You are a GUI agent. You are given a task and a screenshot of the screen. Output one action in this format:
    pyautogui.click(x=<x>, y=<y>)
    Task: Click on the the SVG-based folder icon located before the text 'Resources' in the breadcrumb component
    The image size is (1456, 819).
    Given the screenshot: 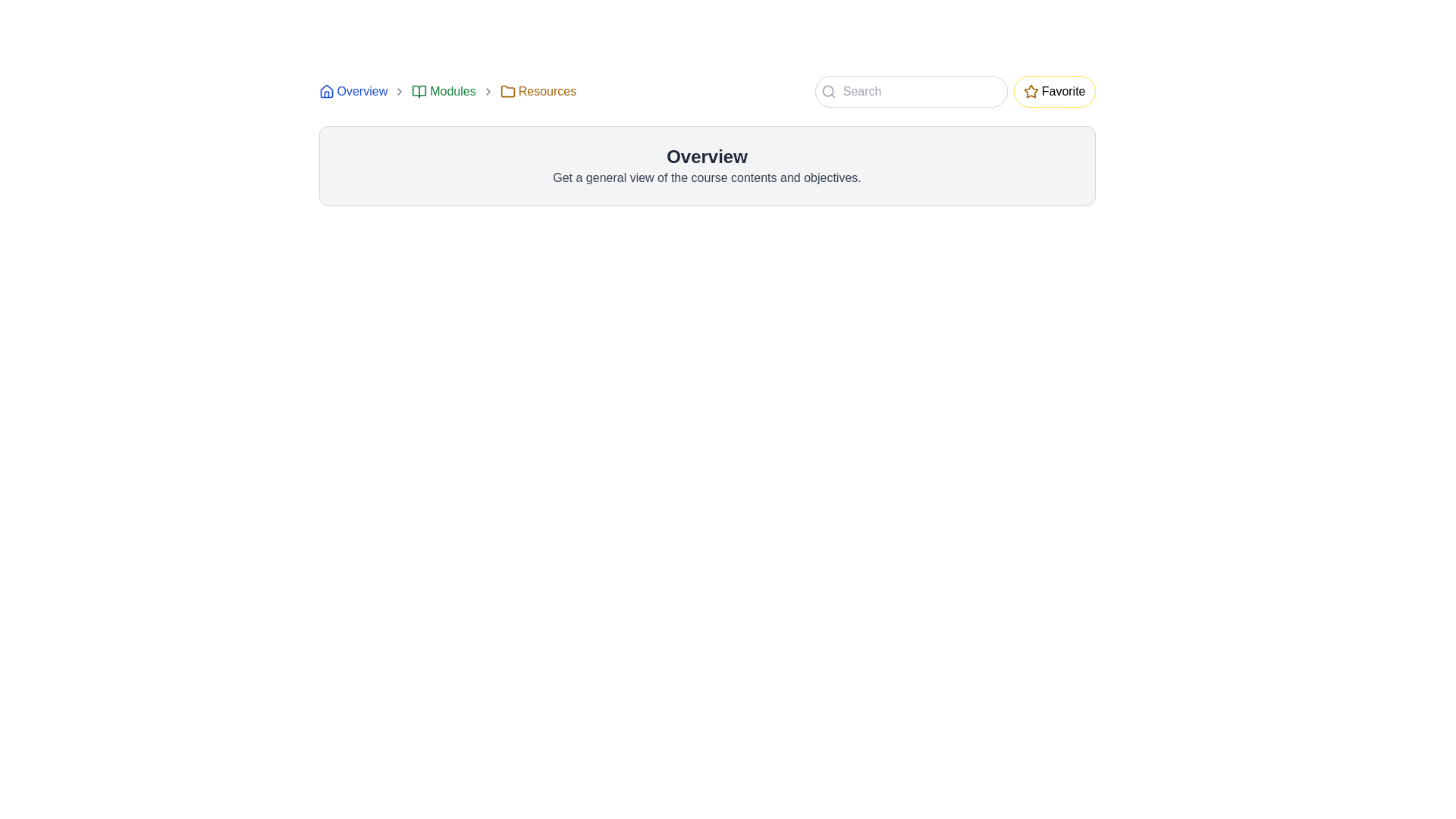 What is the action you would take?
    pyautogui.click(x=507, y=91)
    